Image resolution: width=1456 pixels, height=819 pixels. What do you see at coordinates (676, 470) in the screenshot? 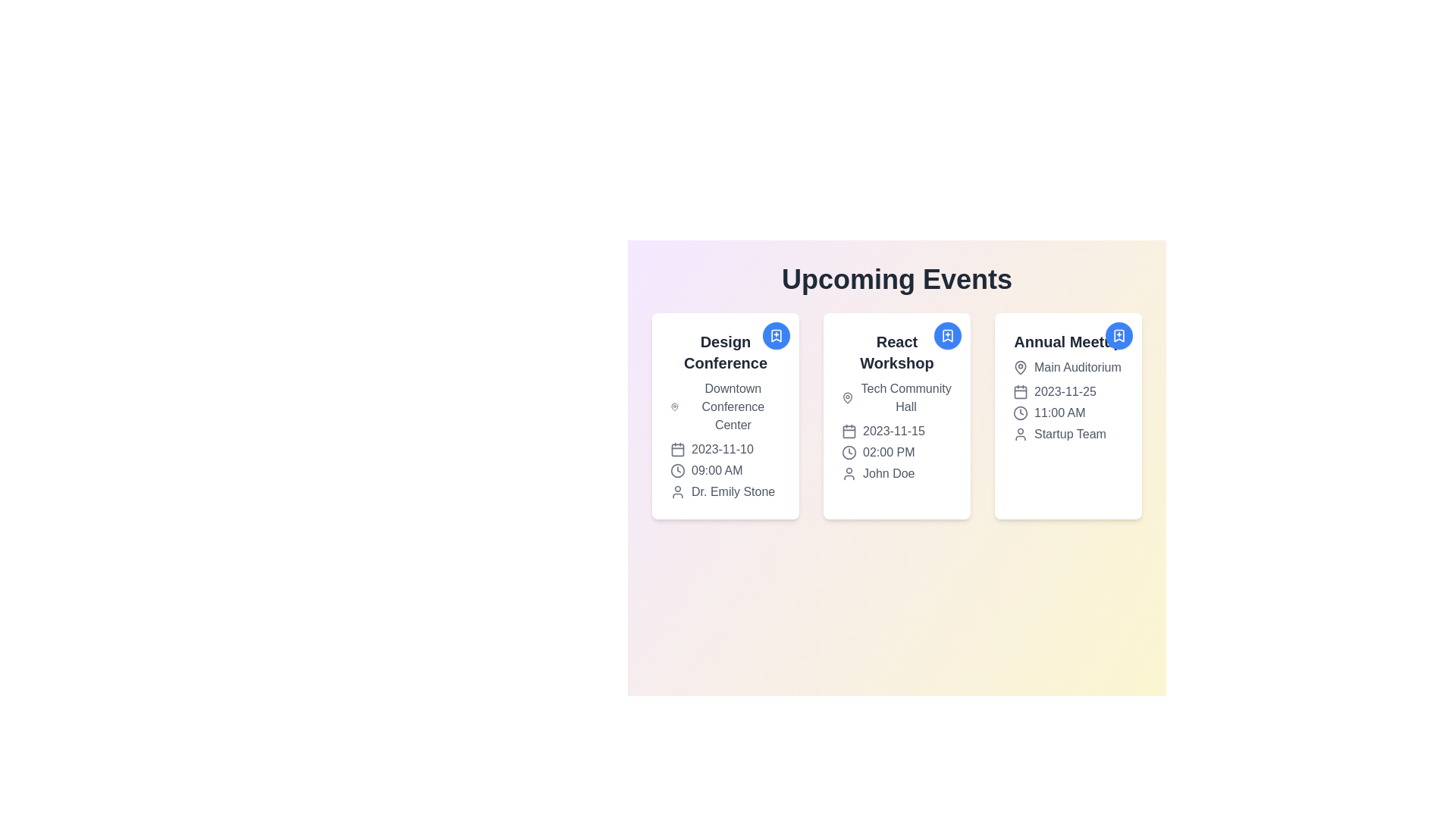
I see `the clock icon in the date and time display section of the 'Design Conference' card, which is styled as an analog clock with a minimalist design` at bounding box center [676, 470].